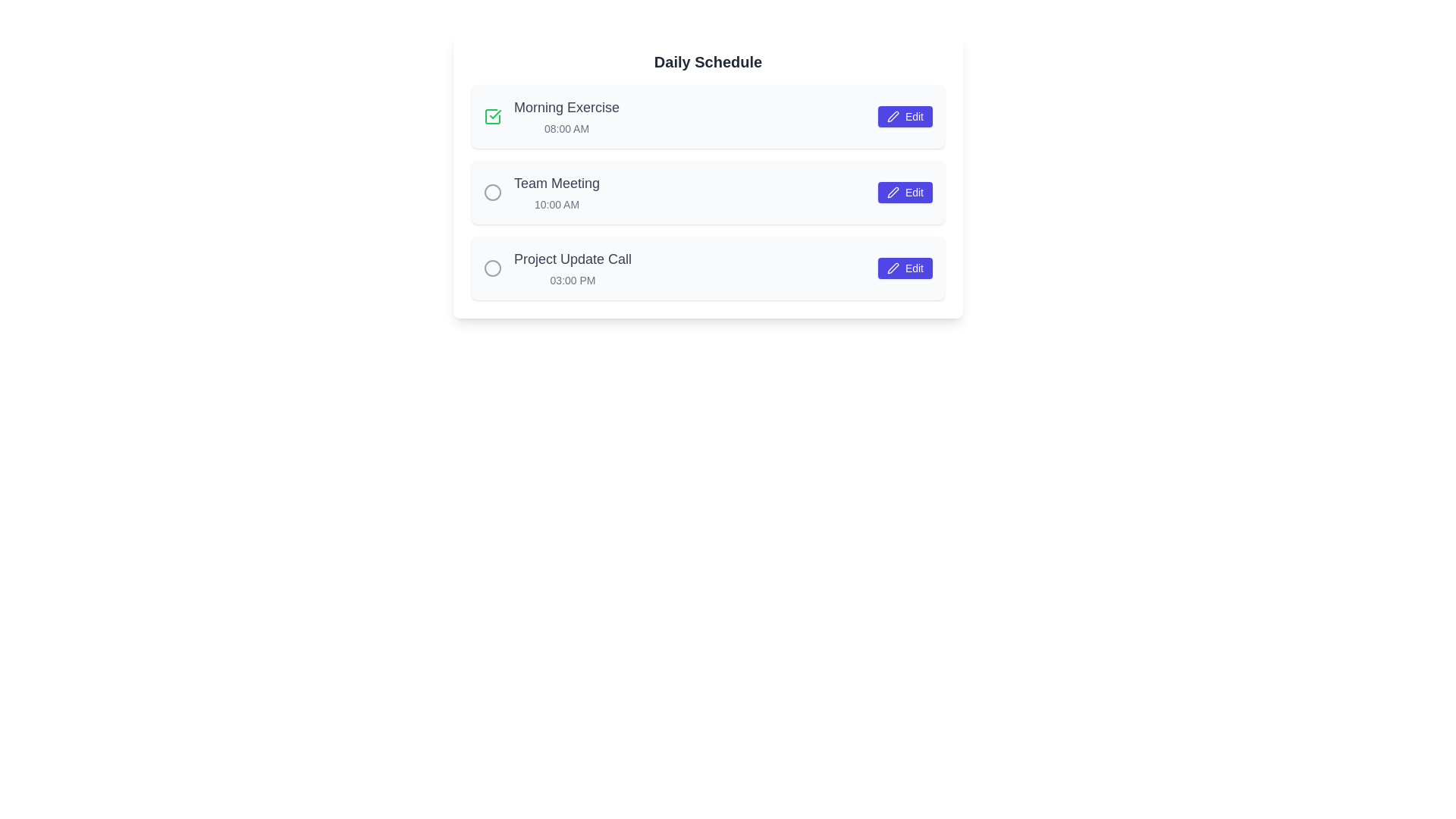 This screenshot has width=1456, height=819. Describe the element at coordinates (893, 192) in the screenshot. I see `the pen icon associated with the 'Edit' button for the 'Team Meeting' entry` at that location.